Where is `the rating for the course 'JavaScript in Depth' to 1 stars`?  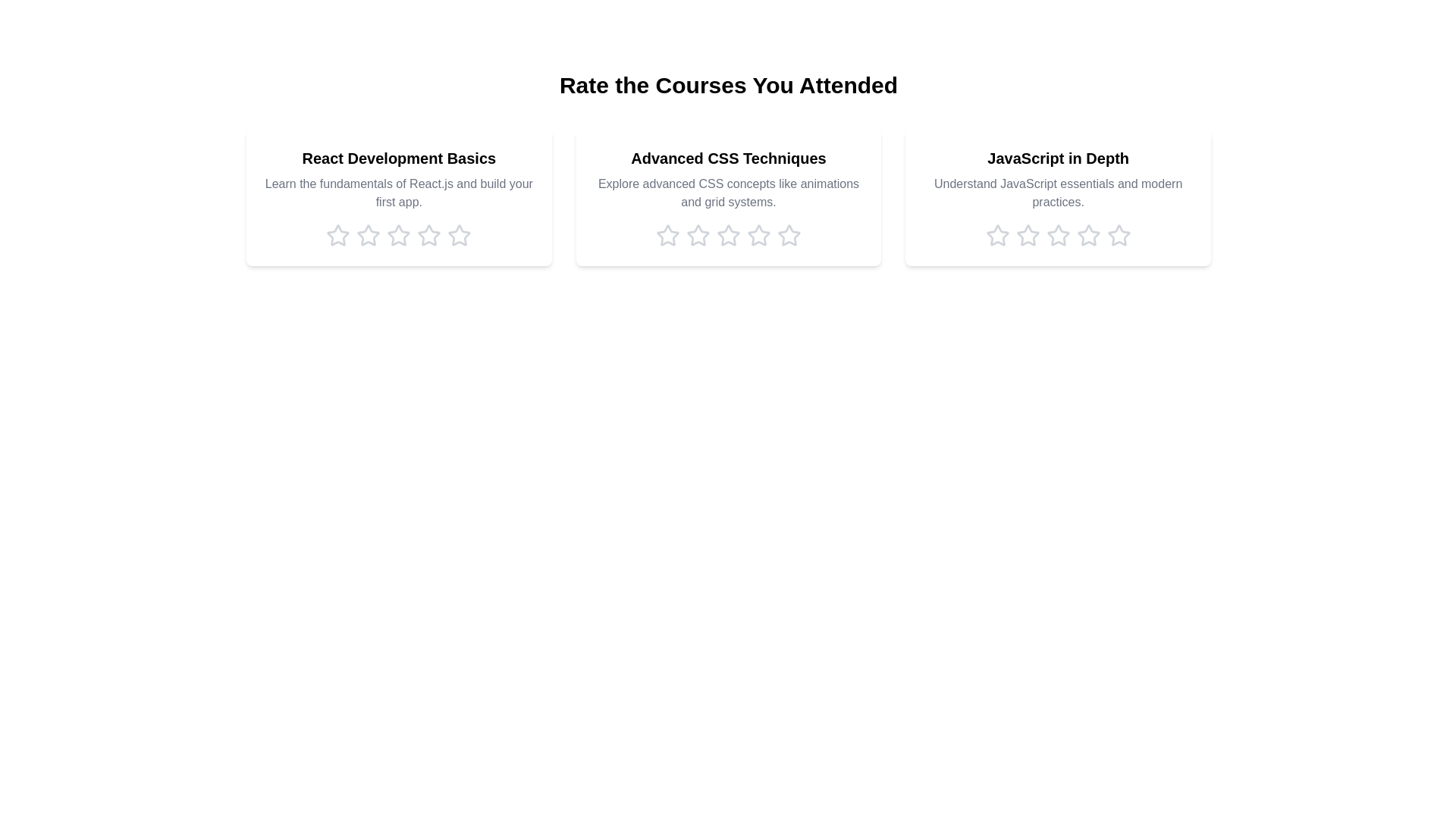
the rating for the course 'JavaScript in Depth' to 1 stars is located at coordinates (997, 236).